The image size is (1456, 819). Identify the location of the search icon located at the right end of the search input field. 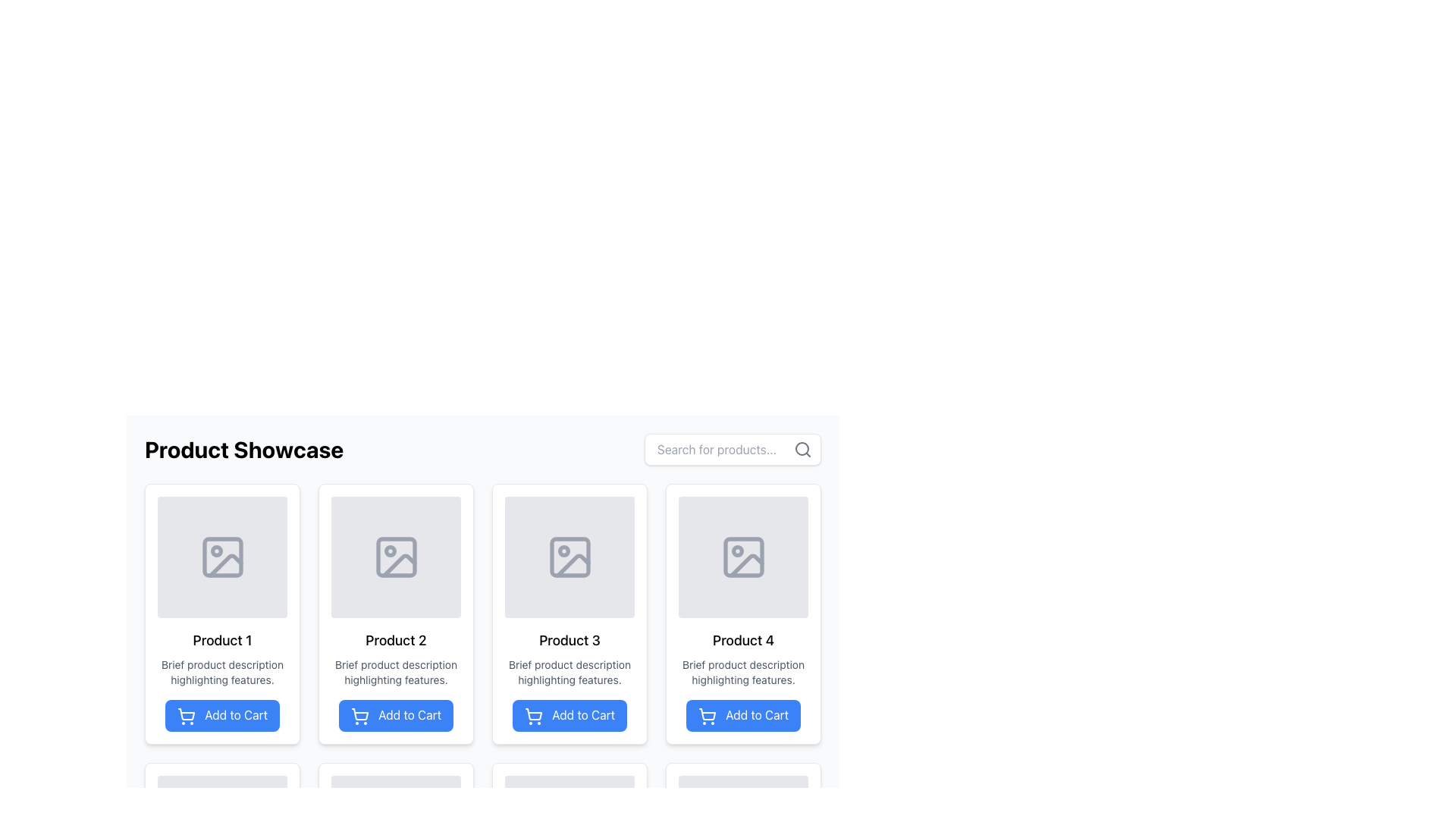
(802, 449).